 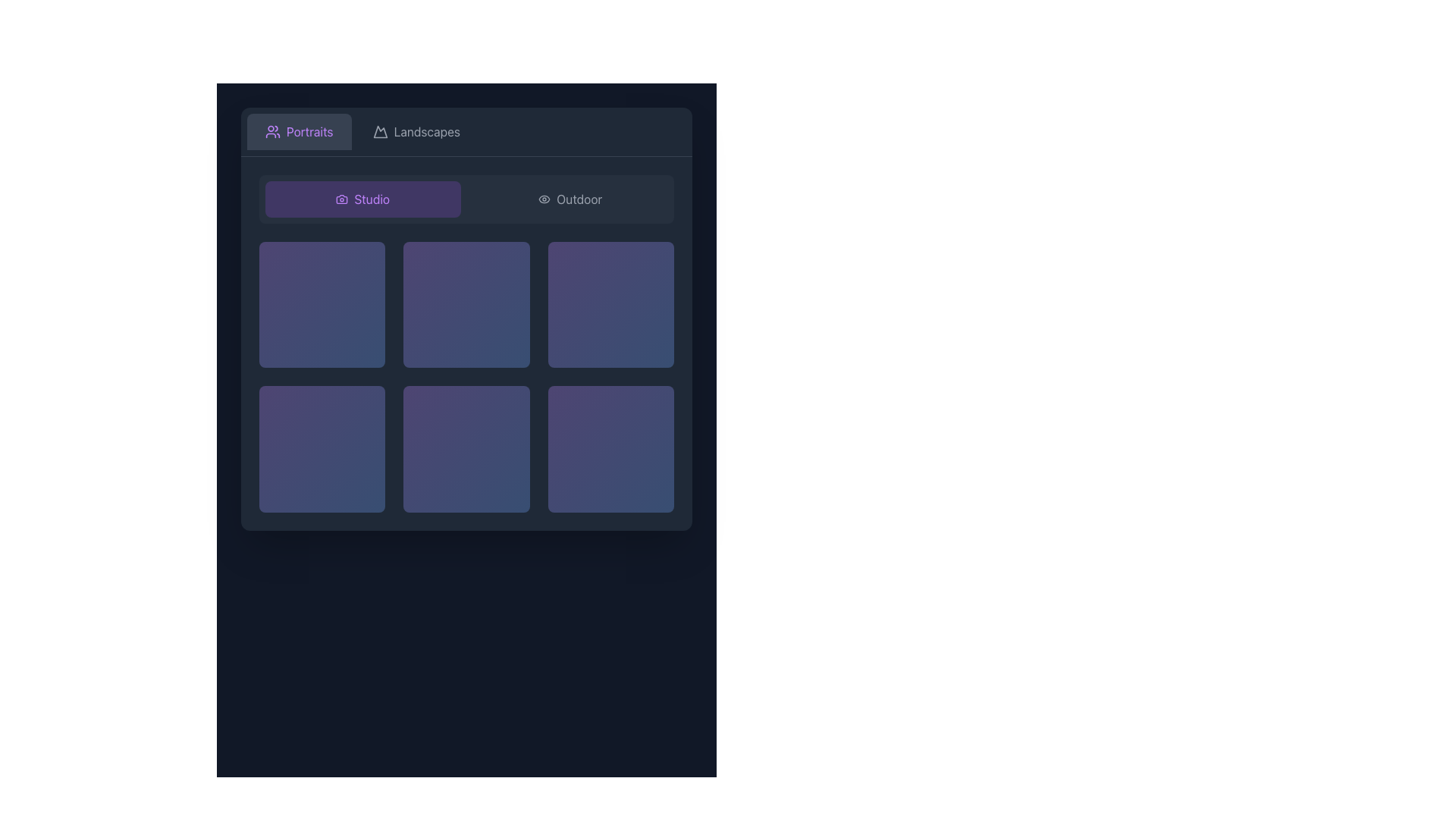 What do you see at coordinates (466, 376) in the screenshot?
I see `the middle element` at bounding box center [466, 376].